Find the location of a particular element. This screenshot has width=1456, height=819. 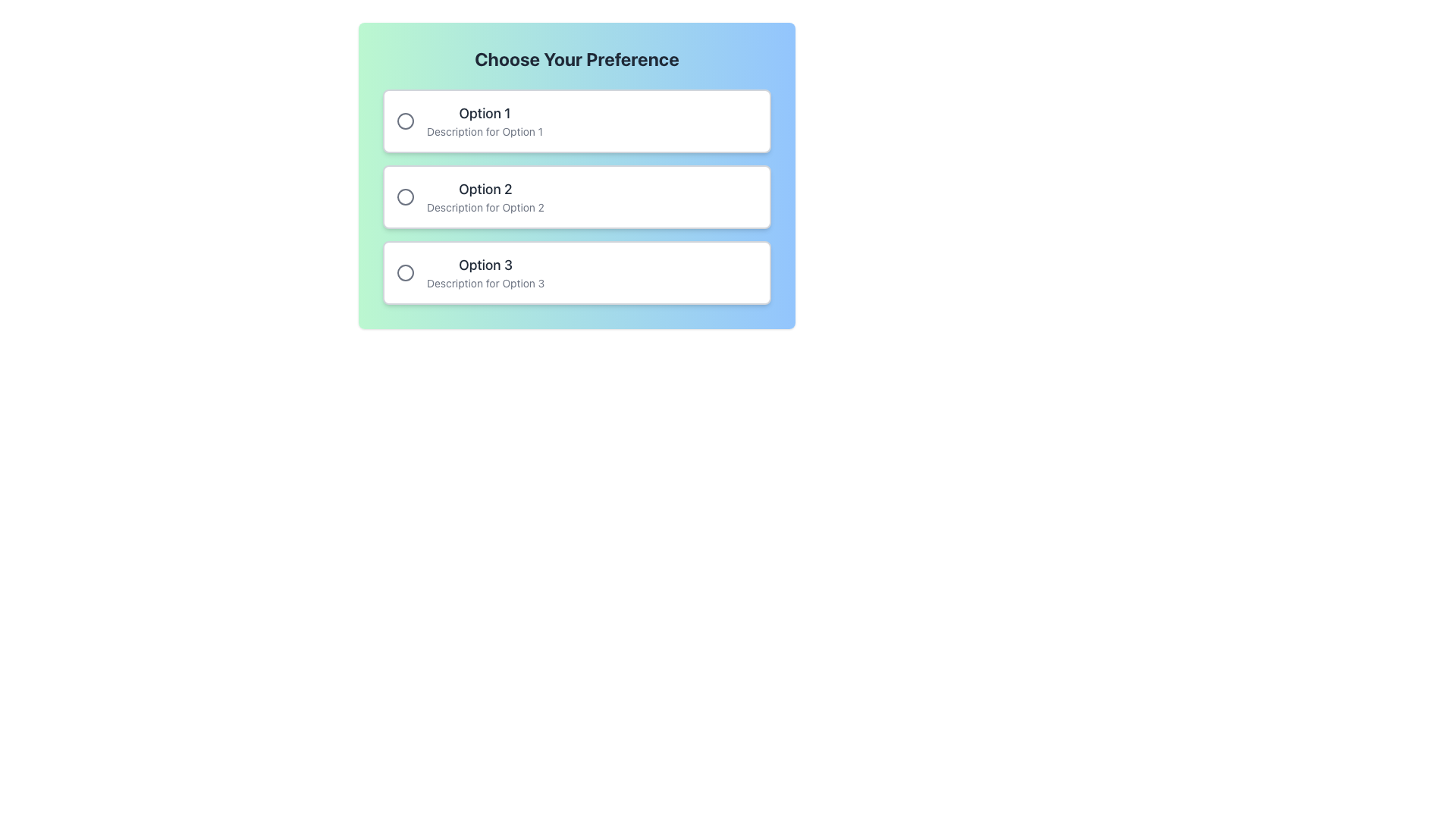

the second selectable option in the list is located at coordinates (576, 196).